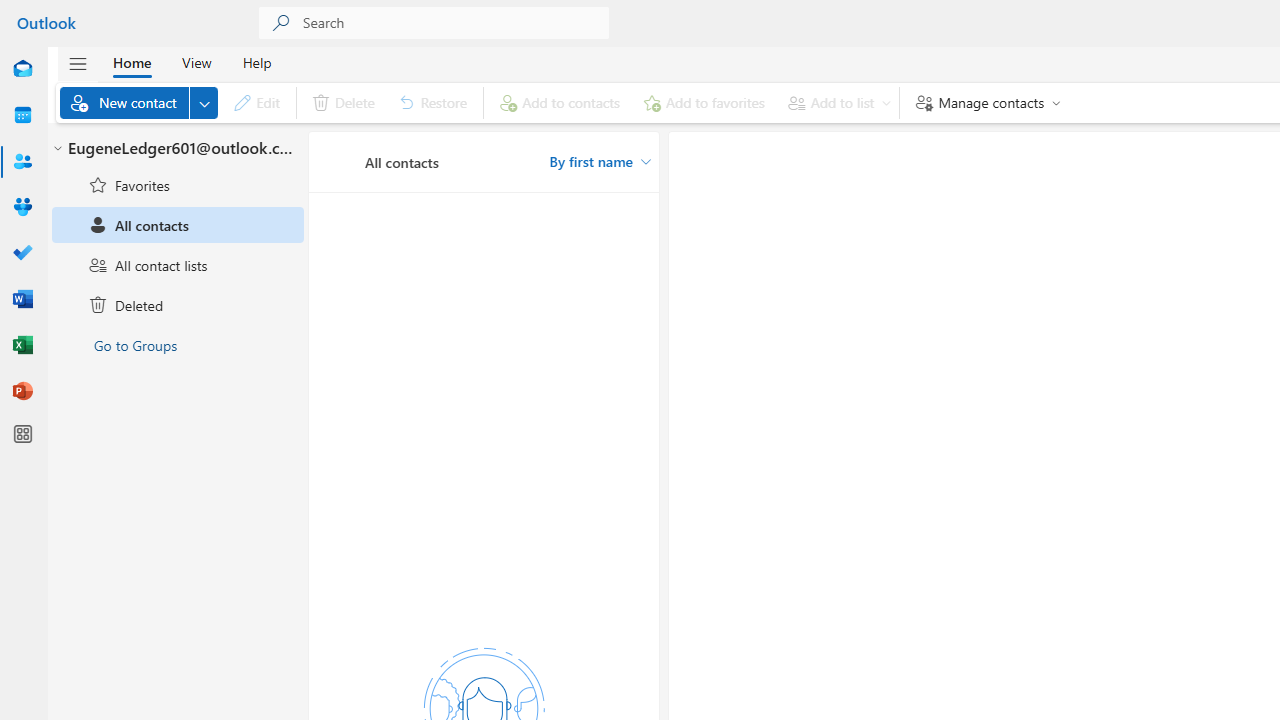 The image size is (1280, 720). What do you see at coordinates (131, 61) in the screenshot?
I see `'Home'` at bounding box center [131, 61].